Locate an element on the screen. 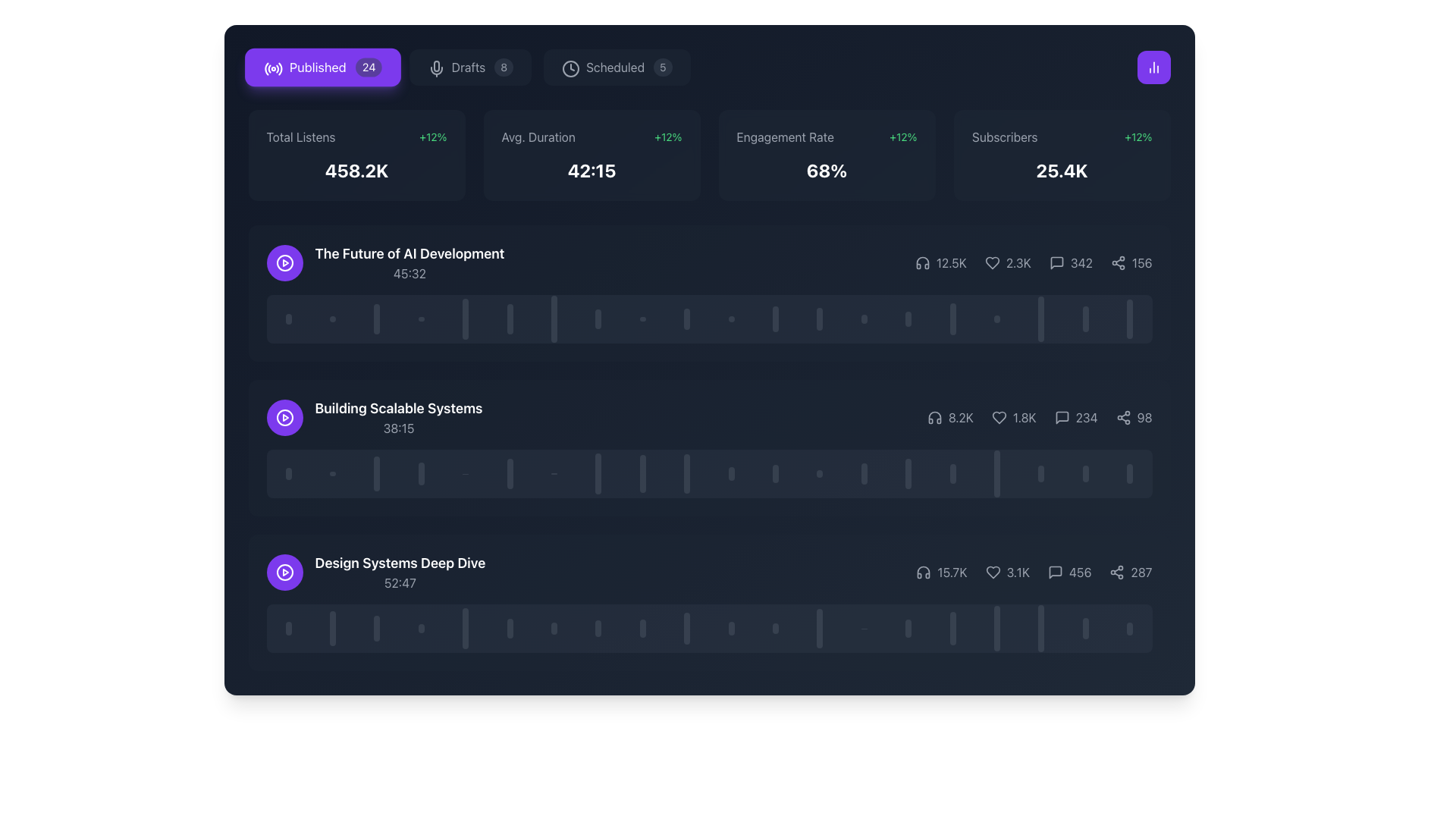  the text label that identifies a specific segment, located to the right of the circular play button and above the smaller text displaying '38:15', in the second item of a list is located at coordinates (399, 408).